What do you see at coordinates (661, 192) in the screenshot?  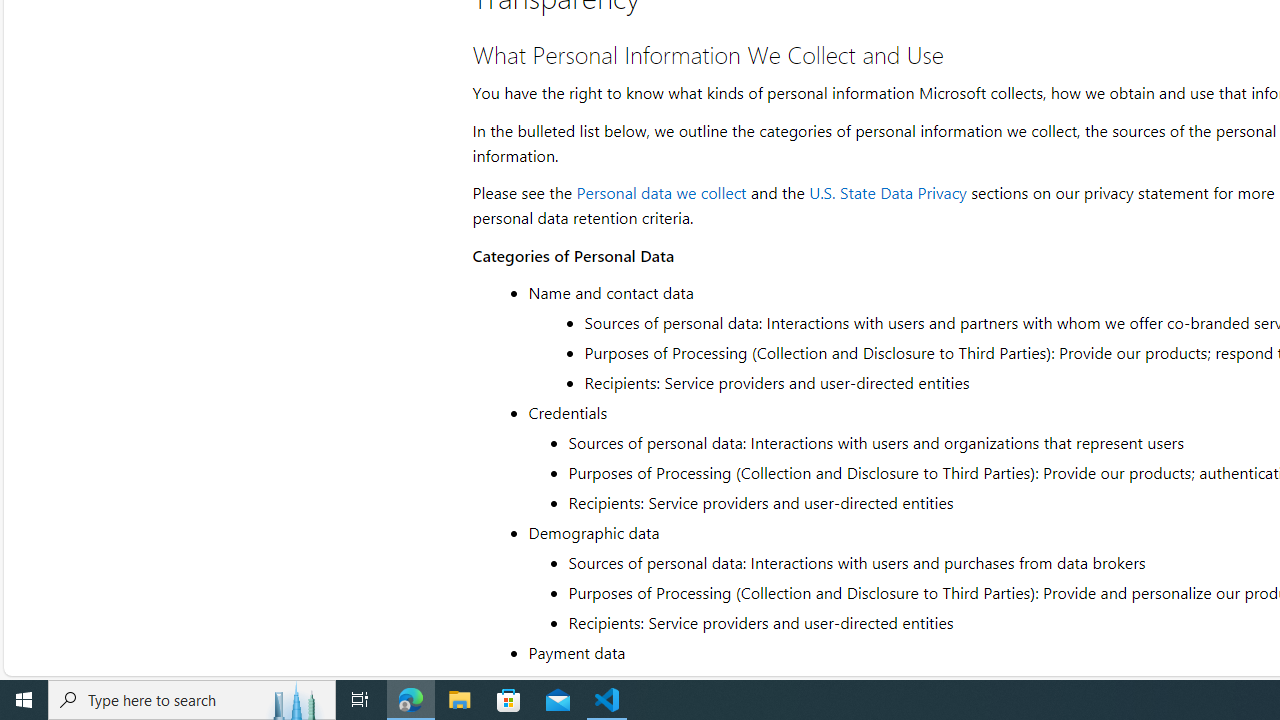 I see `'Personal data we collect'` at bounding box center [661, 192].